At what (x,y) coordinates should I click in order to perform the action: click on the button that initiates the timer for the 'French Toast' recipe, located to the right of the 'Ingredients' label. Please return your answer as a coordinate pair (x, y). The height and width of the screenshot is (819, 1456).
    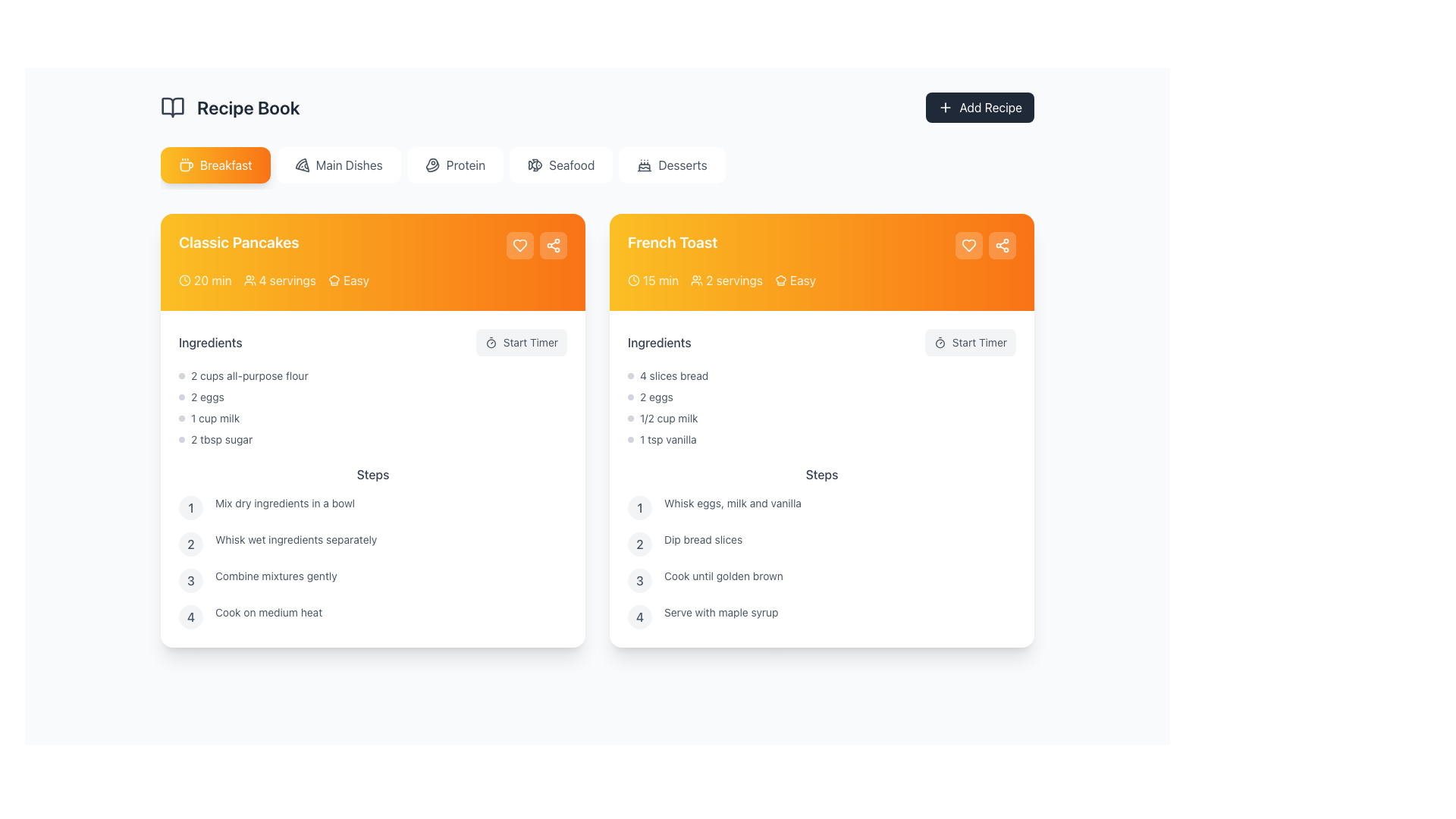
    Looking at the image, I should click on (969, 342).